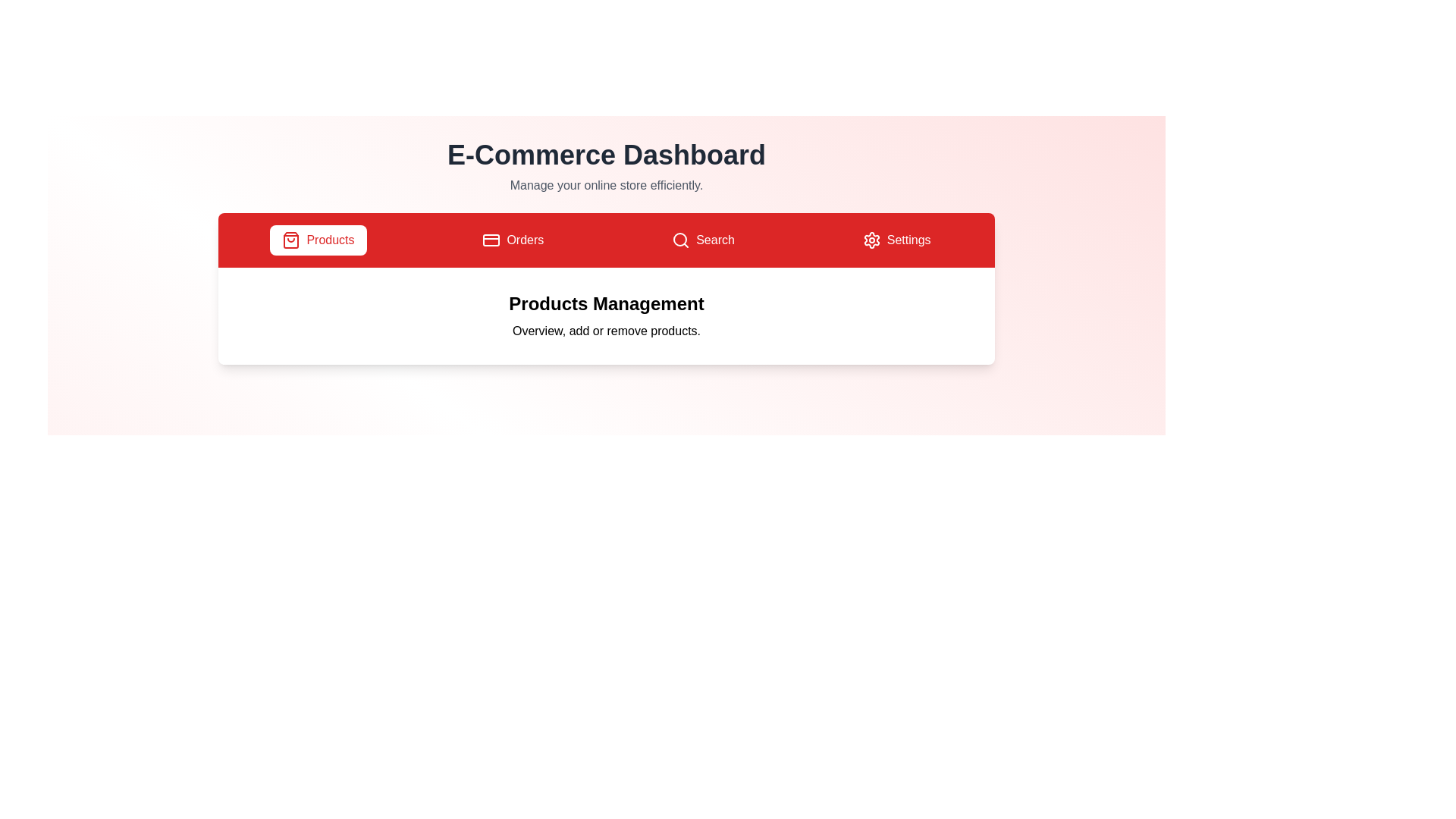 The height and width of the screenshot is (819, 1456). Describe the element at coordinates (607, 167) in the screenshot. I see `the Header section at the top-center of the dashboard` at that location.